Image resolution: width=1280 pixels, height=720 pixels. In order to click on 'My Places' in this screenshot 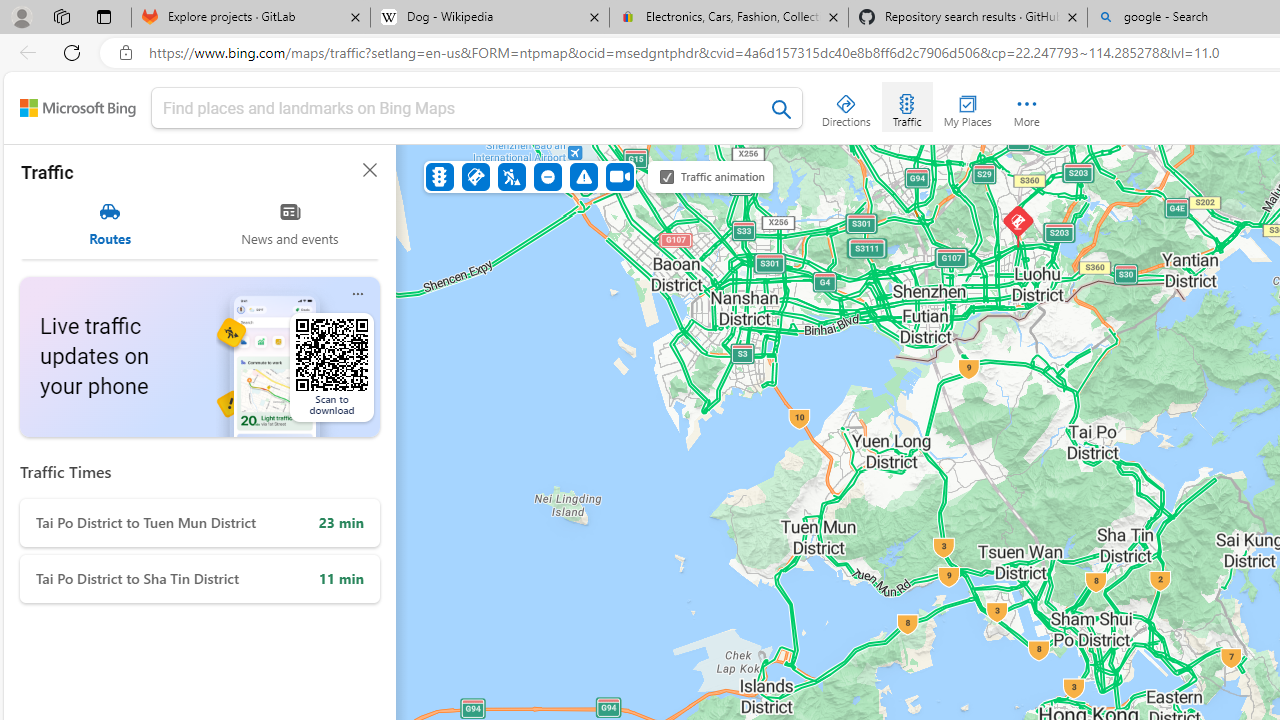, I will do `click(967, 106)`.